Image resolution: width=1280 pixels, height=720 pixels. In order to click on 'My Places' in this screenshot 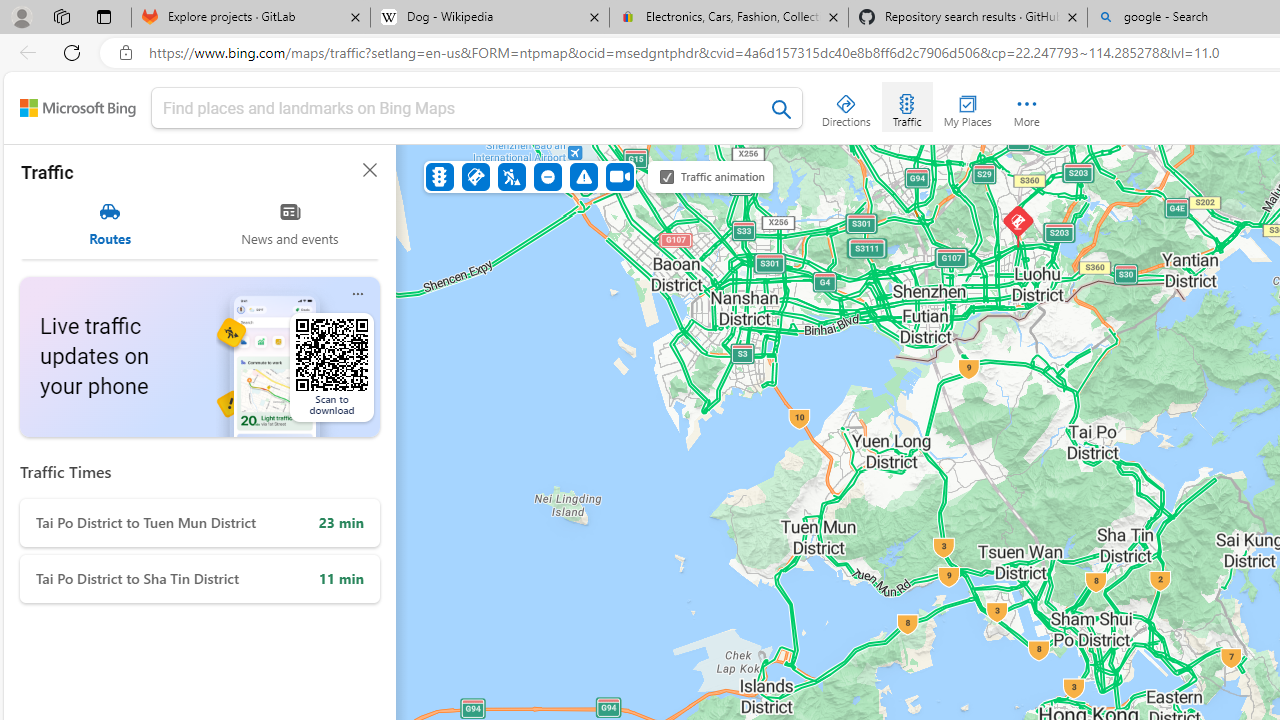, I will do `click(967, 106)`.